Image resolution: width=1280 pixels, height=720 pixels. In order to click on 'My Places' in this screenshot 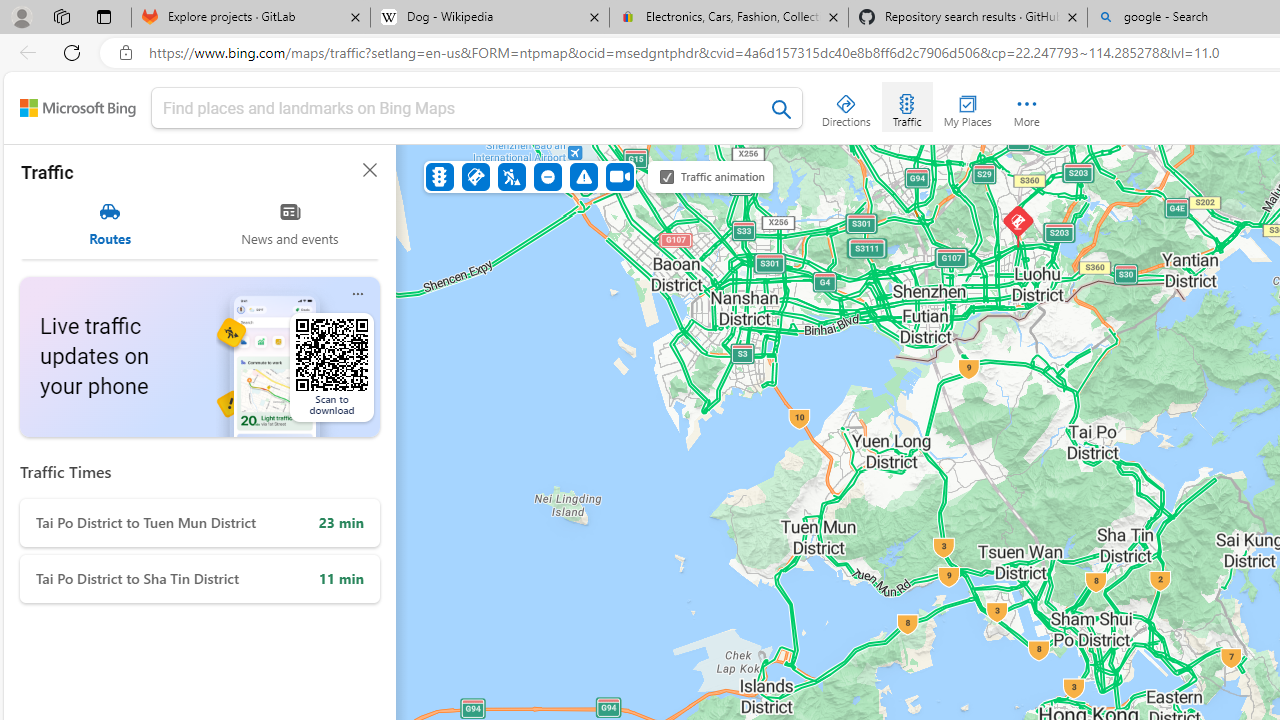, I will do `click(967, 106)`.